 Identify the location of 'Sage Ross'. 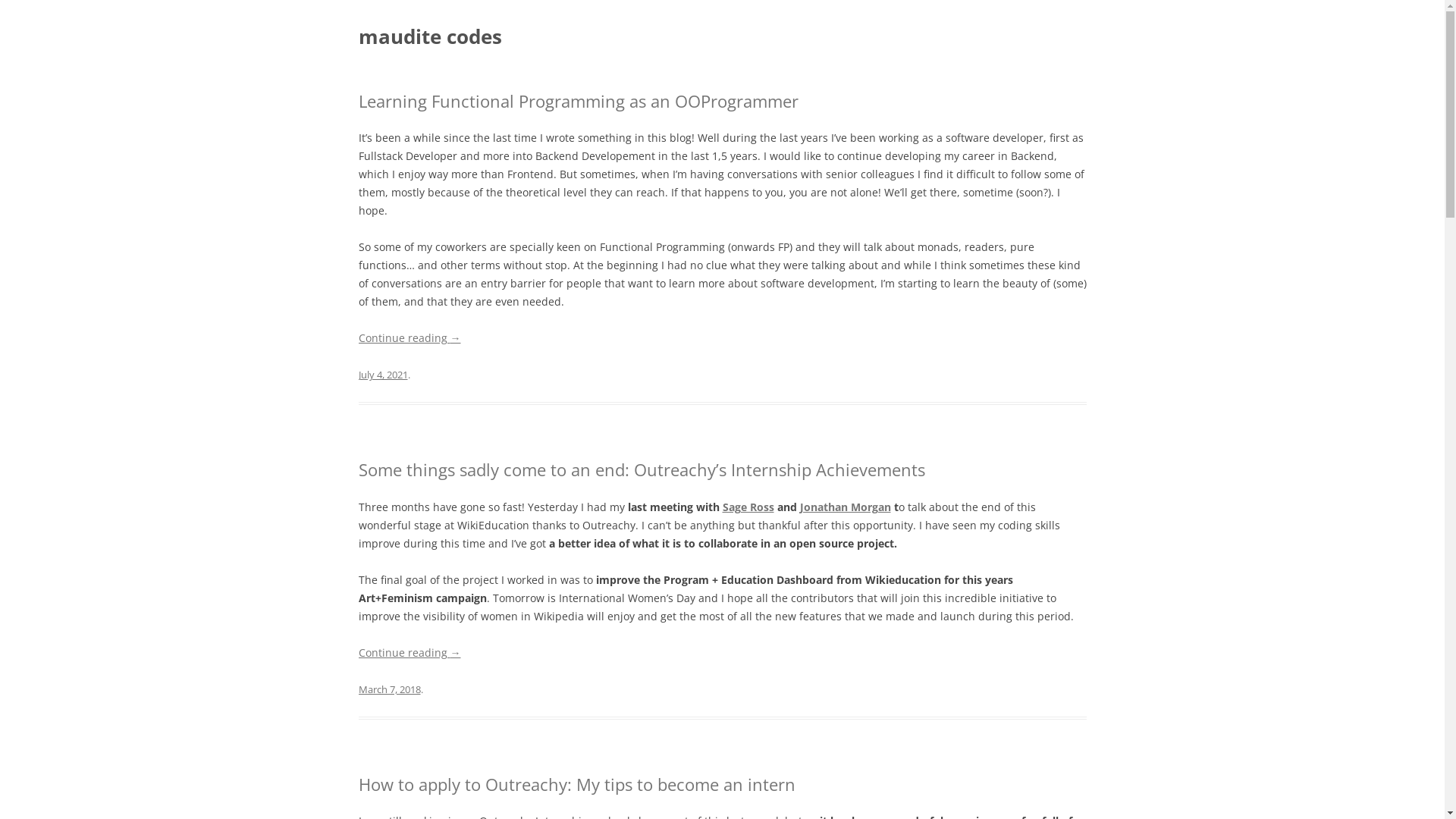
(747, 507).